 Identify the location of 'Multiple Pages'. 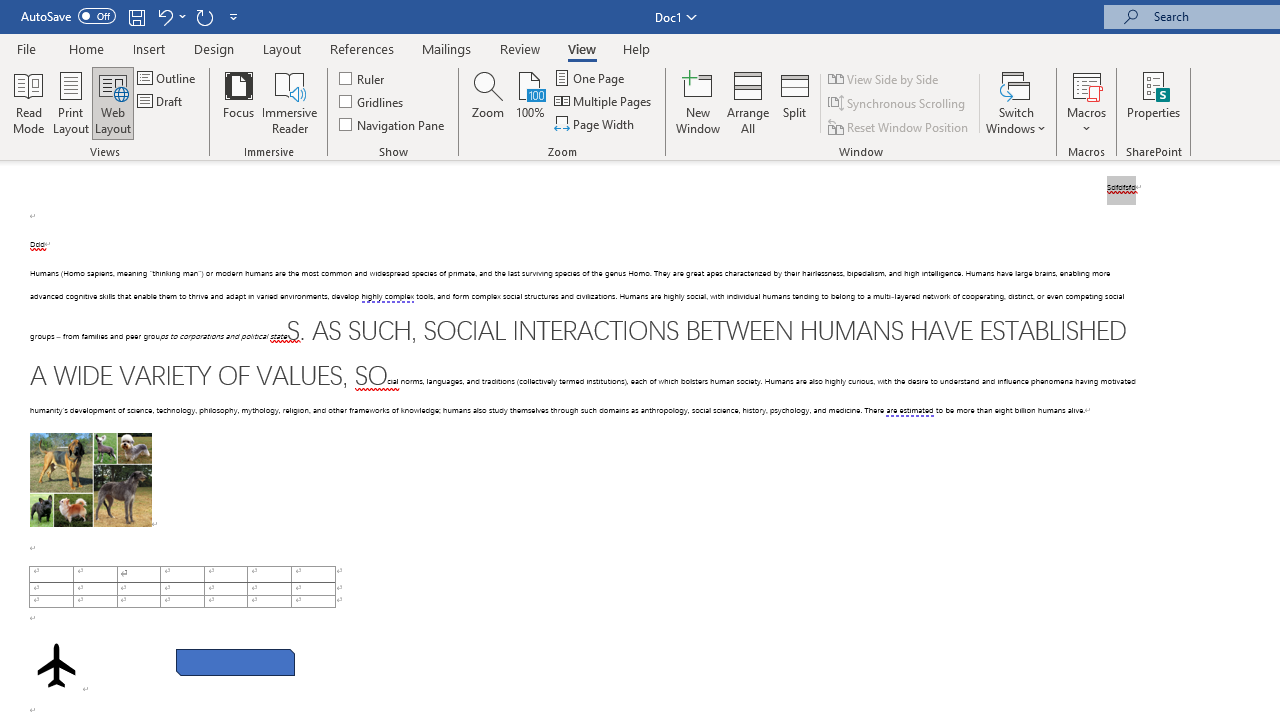
(603, 101).